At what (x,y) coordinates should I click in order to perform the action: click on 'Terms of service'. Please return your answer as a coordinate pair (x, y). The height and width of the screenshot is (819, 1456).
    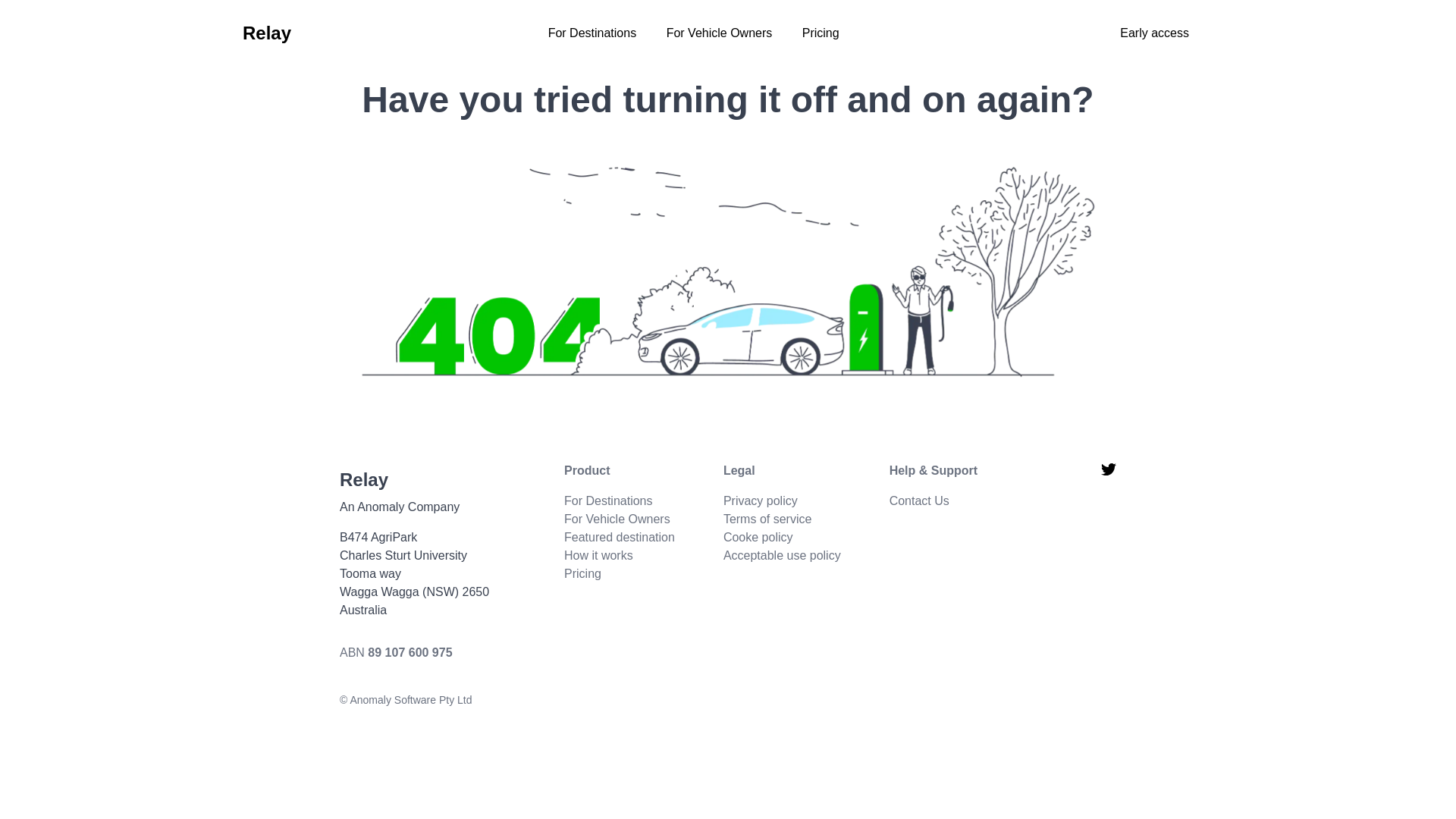
    Looking at the image, I should click on (723, 518).